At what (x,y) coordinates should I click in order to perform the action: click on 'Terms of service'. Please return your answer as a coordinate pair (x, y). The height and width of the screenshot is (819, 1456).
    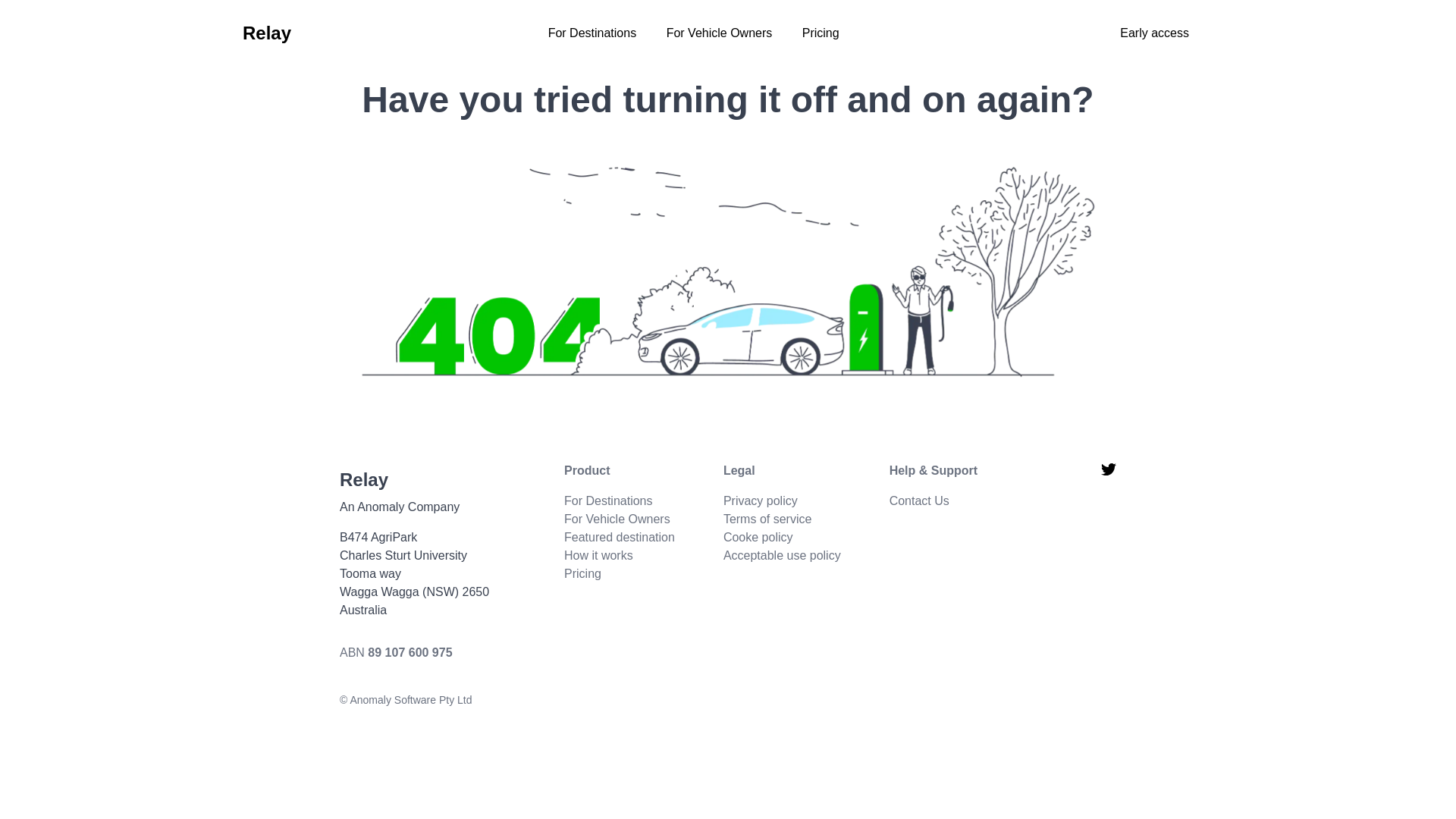
    Looking at the image, I should click on (723, 518).